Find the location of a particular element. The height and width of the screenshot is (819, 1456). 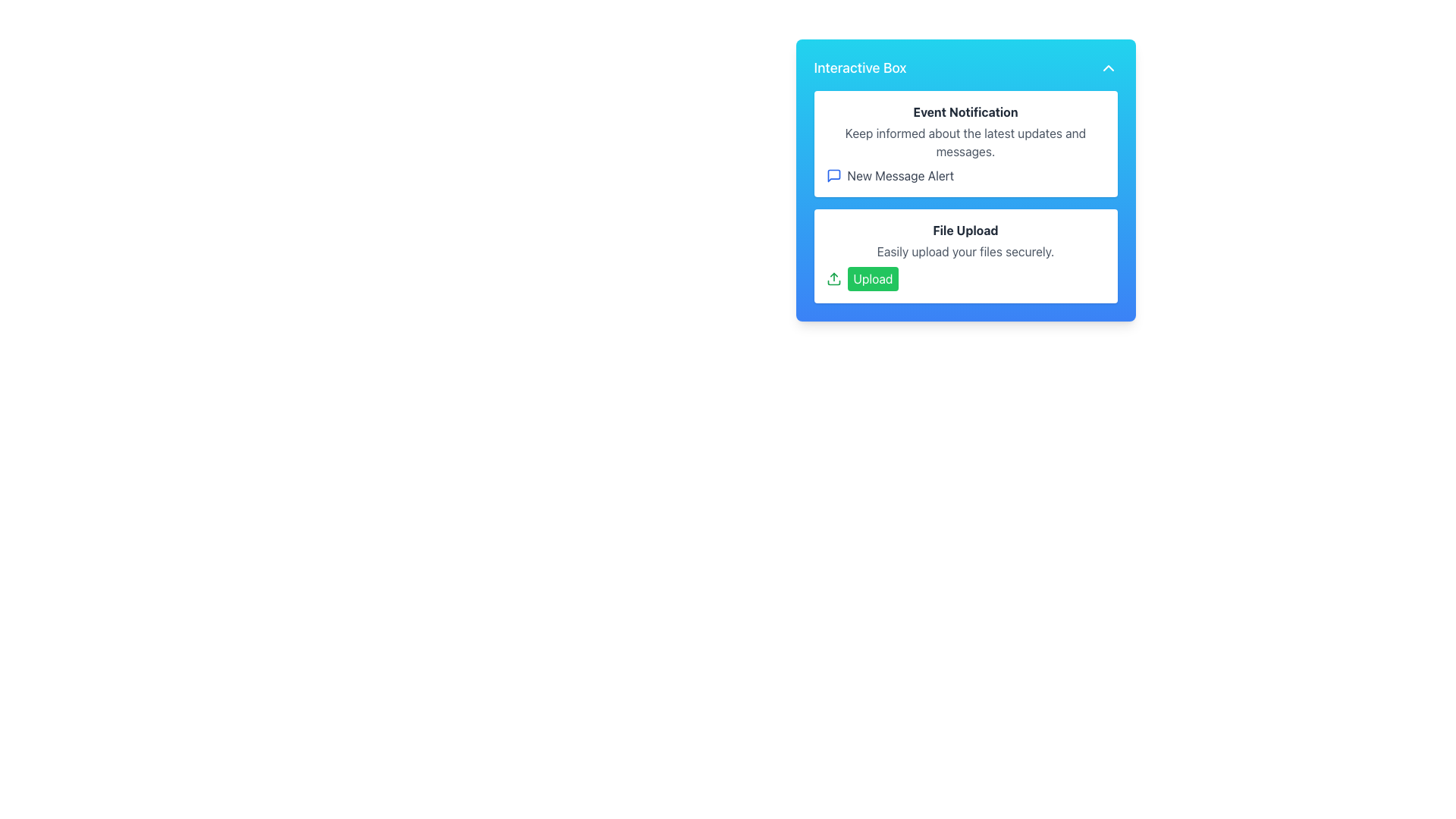

the 'New Message Alert' in the 'Event Notification' section of the composite UI element is located at coordinates (965, 196).